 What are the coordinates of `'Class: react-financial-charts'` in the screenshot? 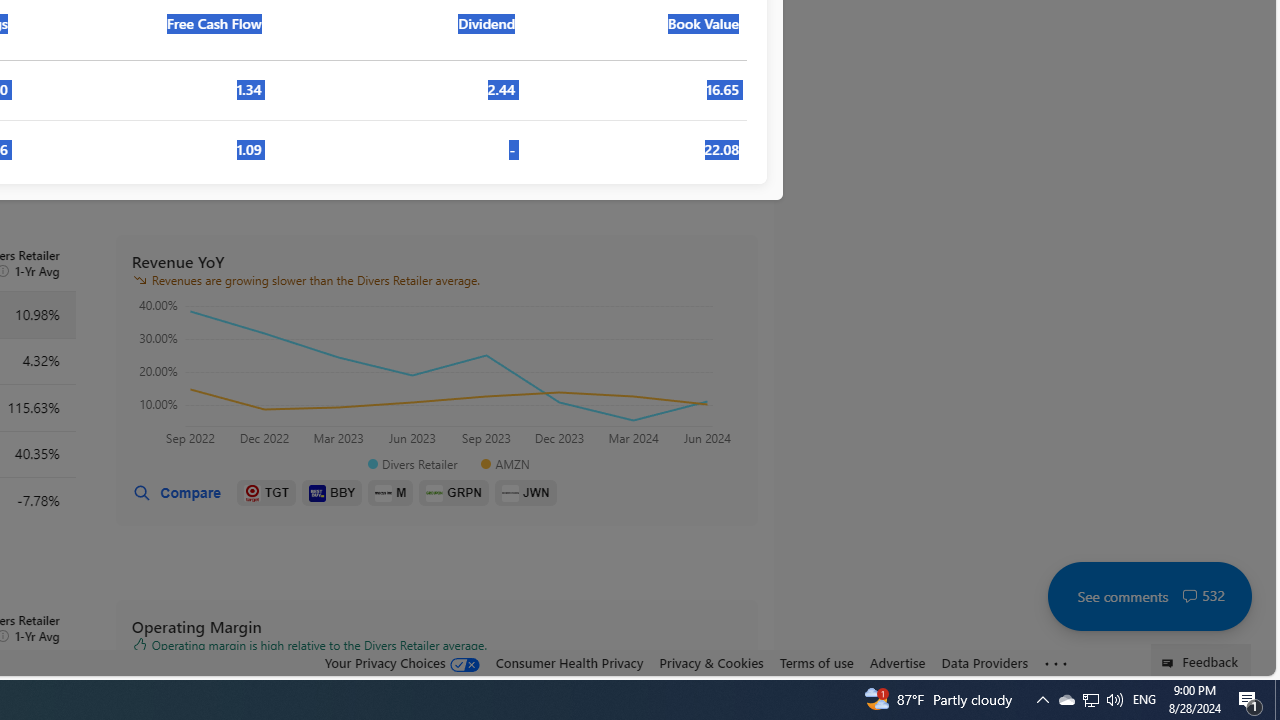 It's located at (435, 375).